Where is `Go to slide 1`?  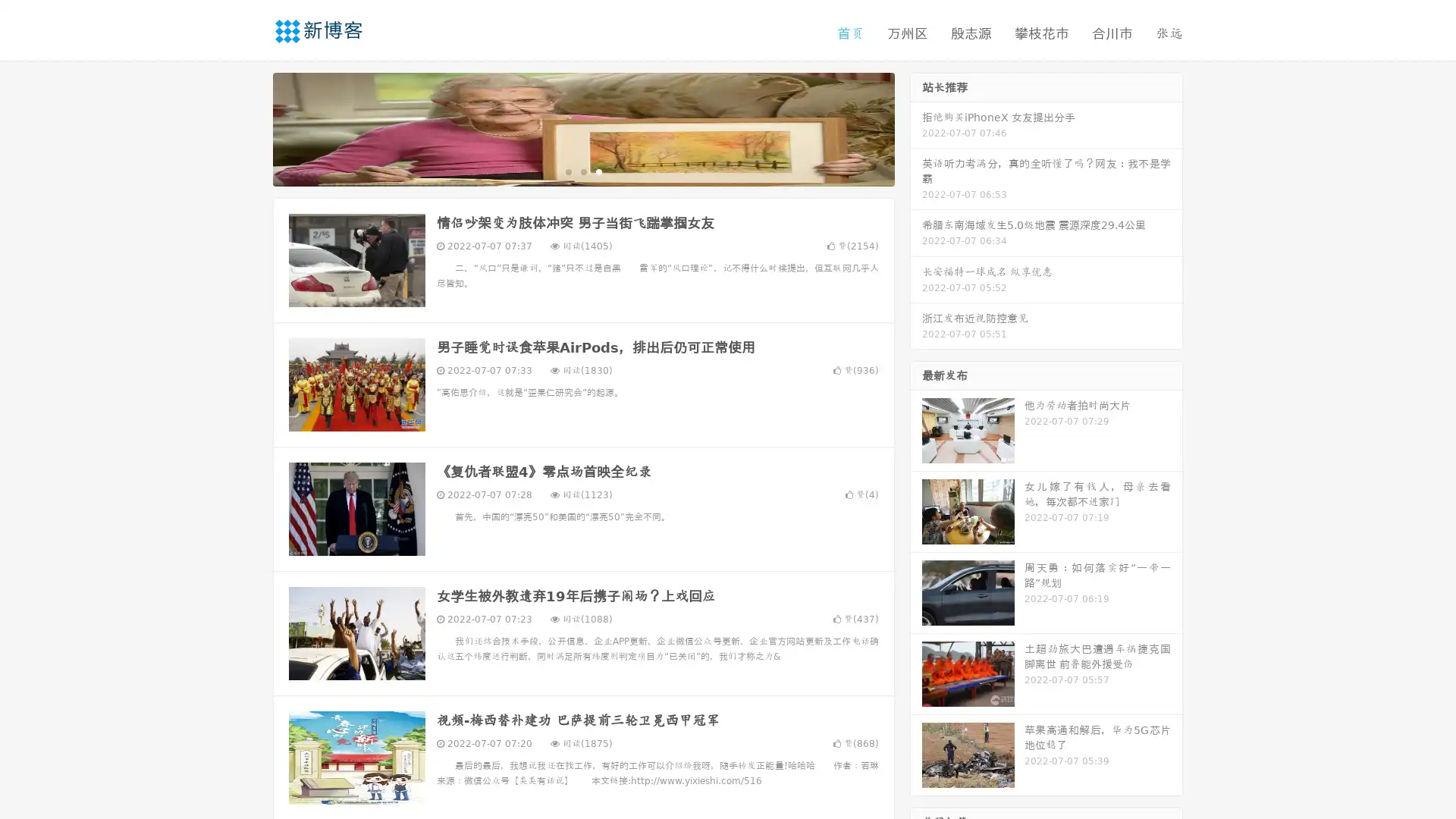 Go to slide 1 is located at coordinates (567, 171).